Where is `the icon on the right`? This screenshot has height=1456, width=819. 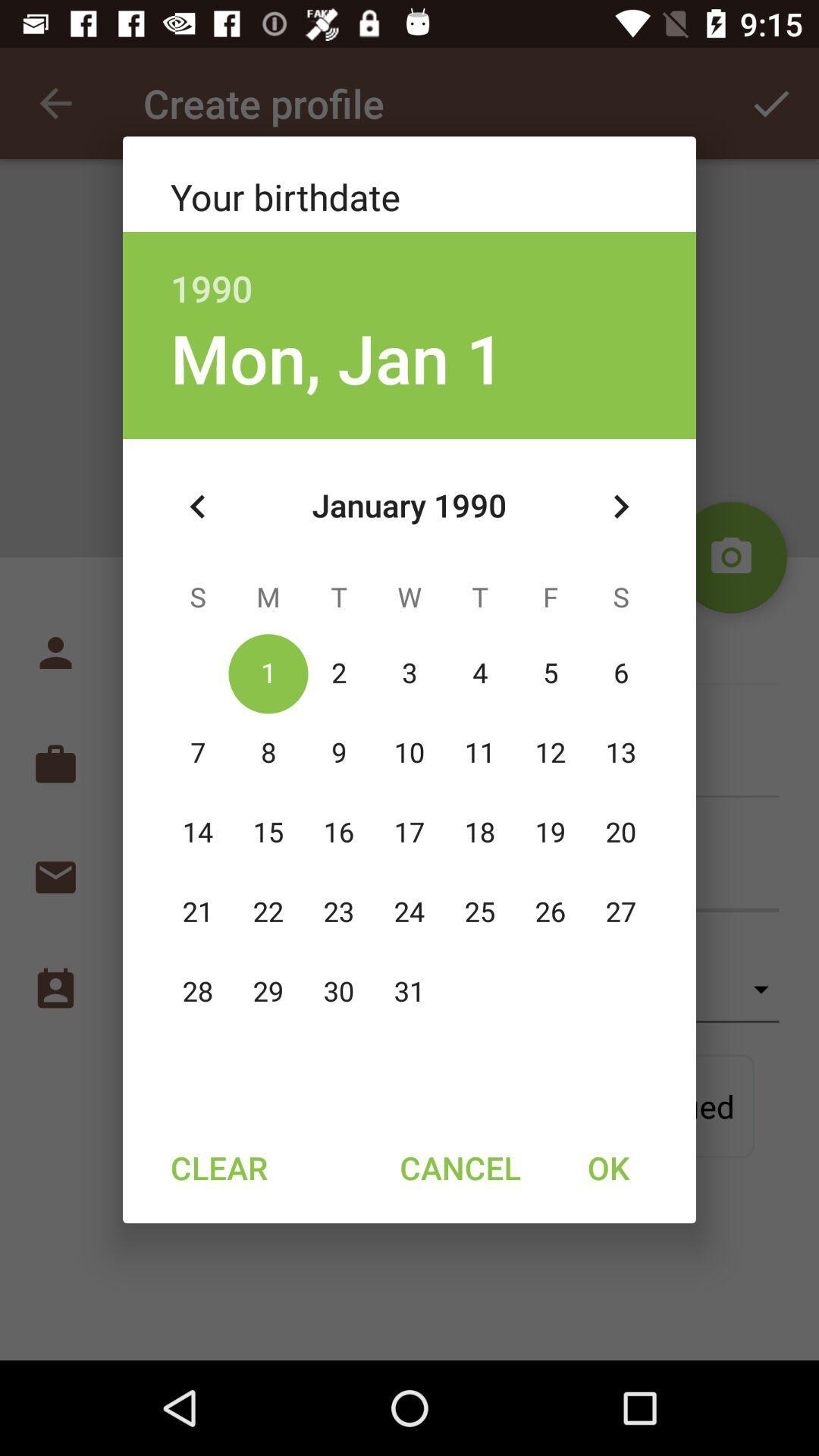
the icon on the right is located at coordinates (620, 507).